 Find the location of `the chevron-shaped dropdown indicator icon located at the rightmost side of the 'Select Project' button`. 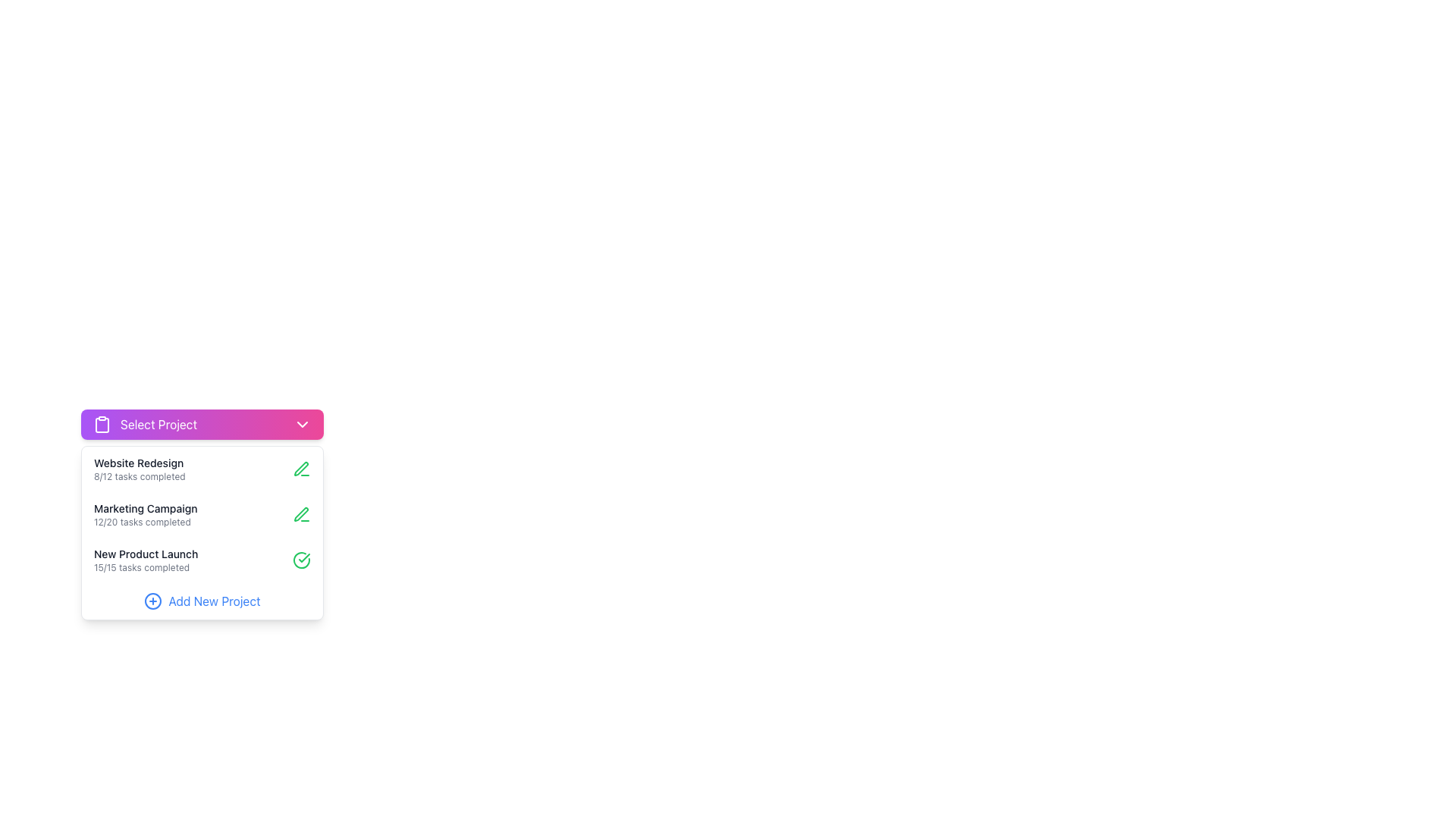

the chevron-shaped dropdown indicator icon located at the rightmost side of the 'Select Project' button is located at coordinates (302, 424).